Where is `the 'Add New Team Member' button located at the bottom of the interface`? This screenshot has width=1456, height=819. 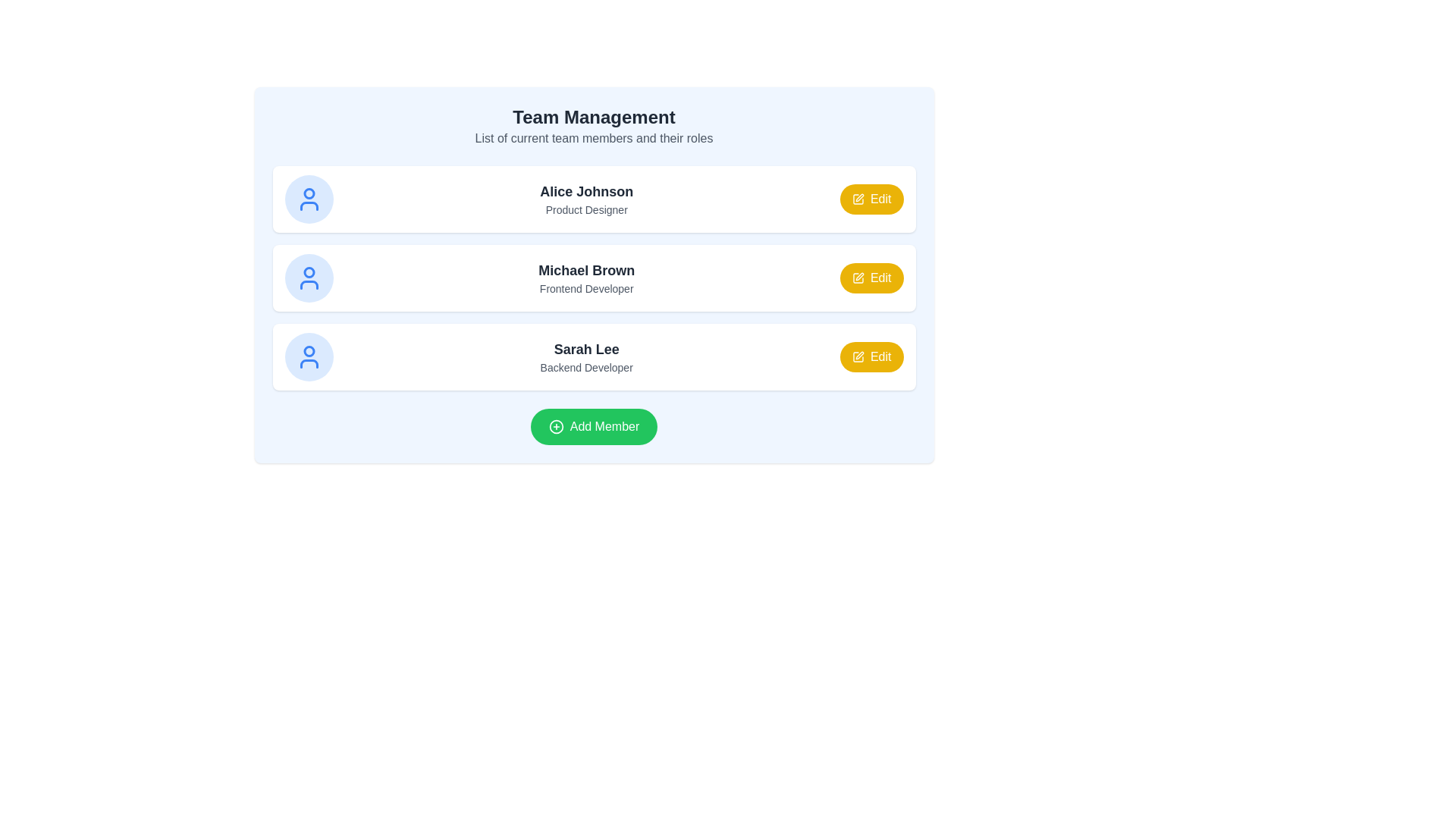
the 'Add New Team Member' button located at the bottom of the interface is located at coordinates (593, 427).